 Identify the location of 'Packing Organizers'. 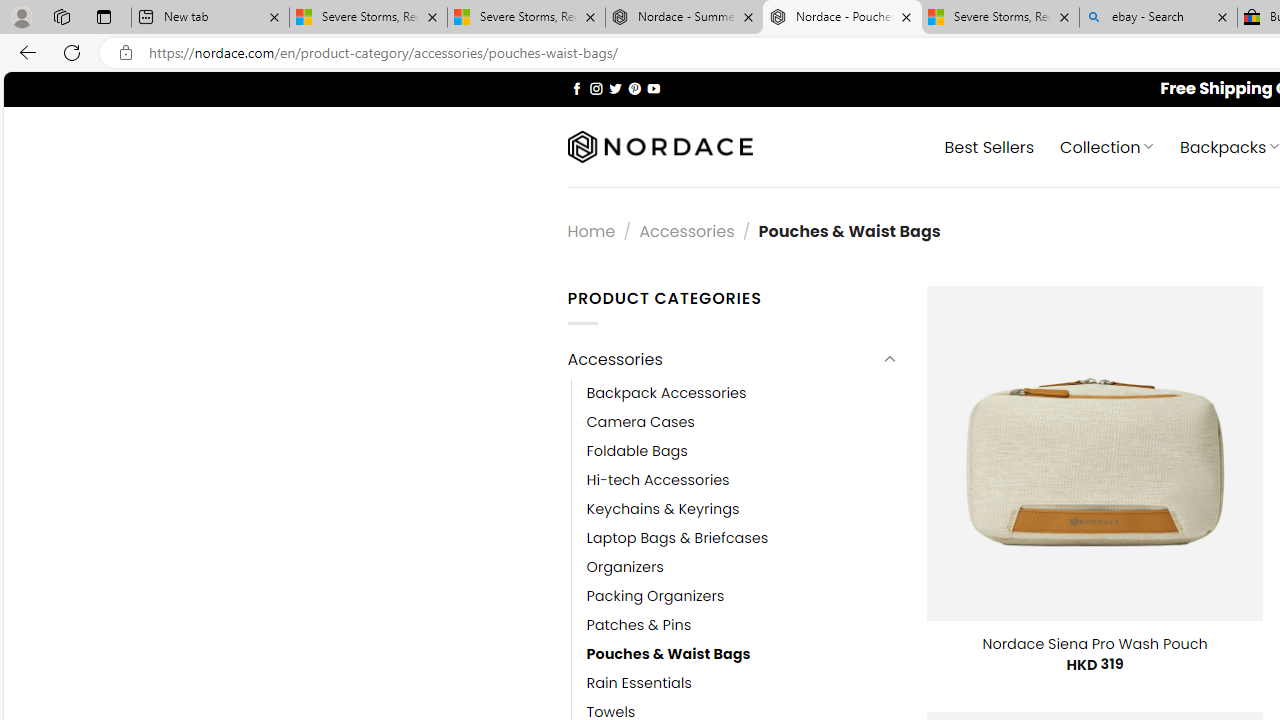
(655, 595).